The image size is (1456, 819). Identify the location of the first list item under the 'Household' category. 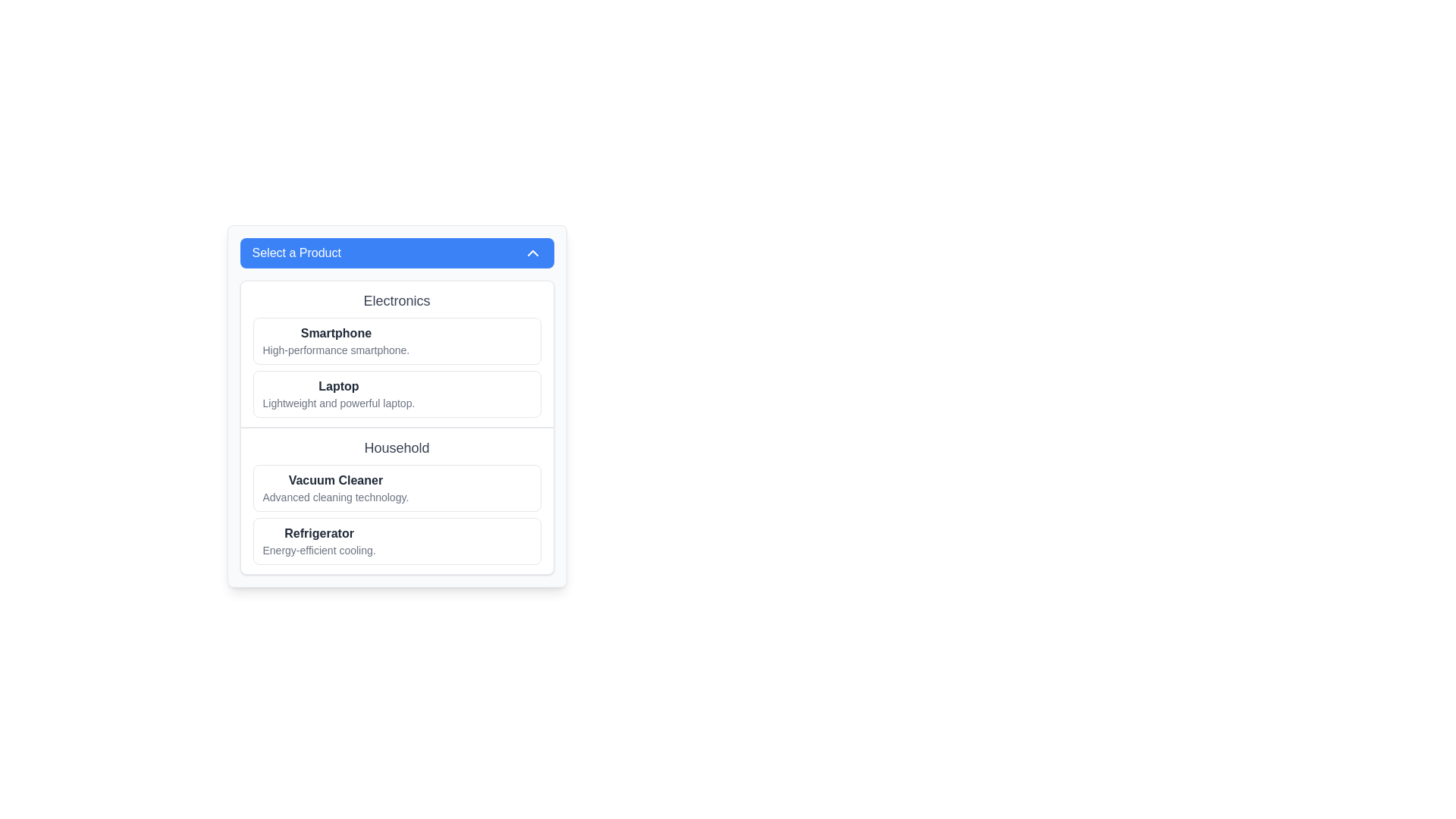
(397, 488).